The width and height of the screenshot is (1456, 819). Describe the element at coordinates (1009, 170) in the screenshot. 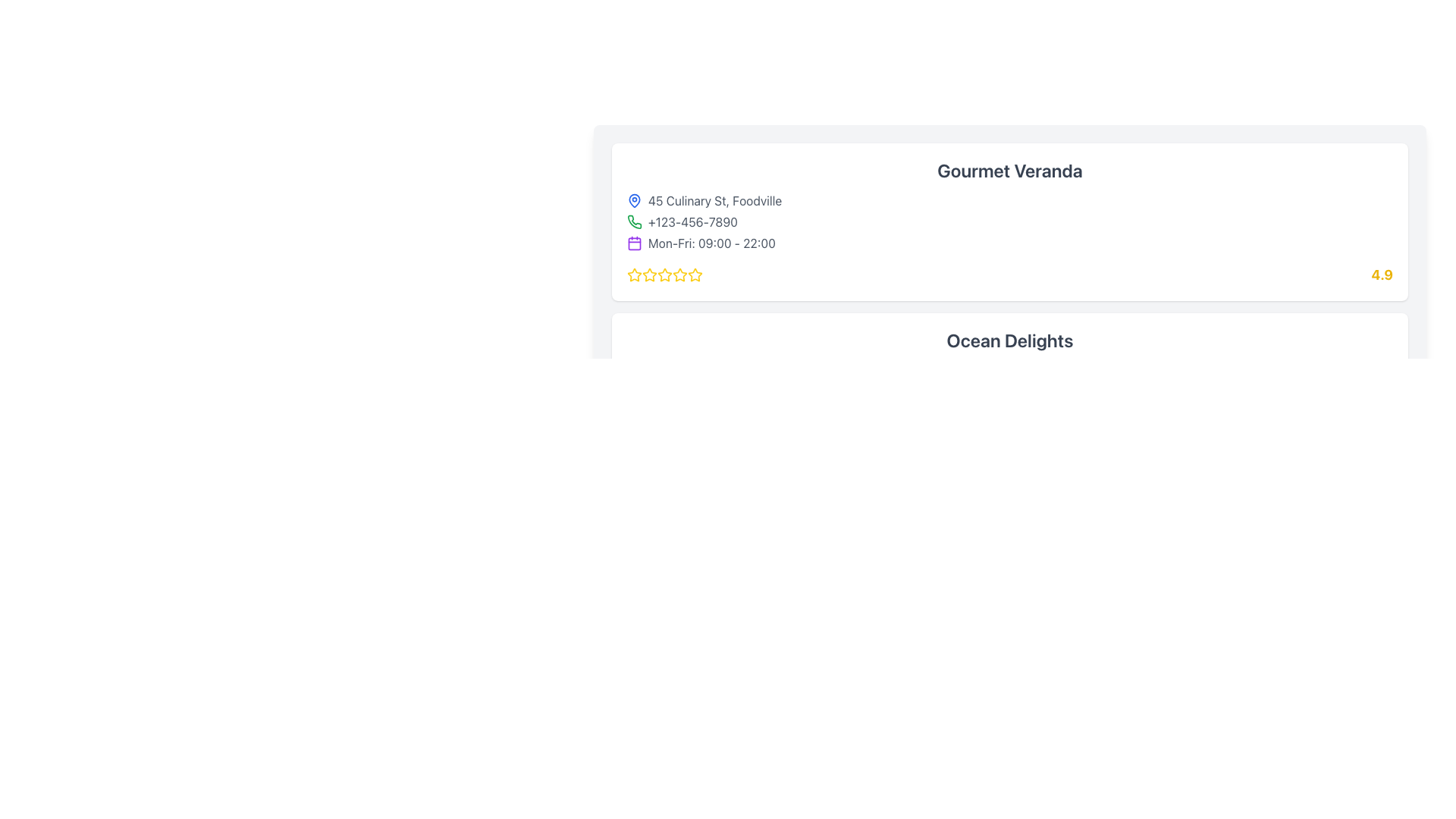

I see `the Header Text element that displays the name of a location or establishment, which is located inside a rounded rectangular card at the top and is horizontally centered` at that location.